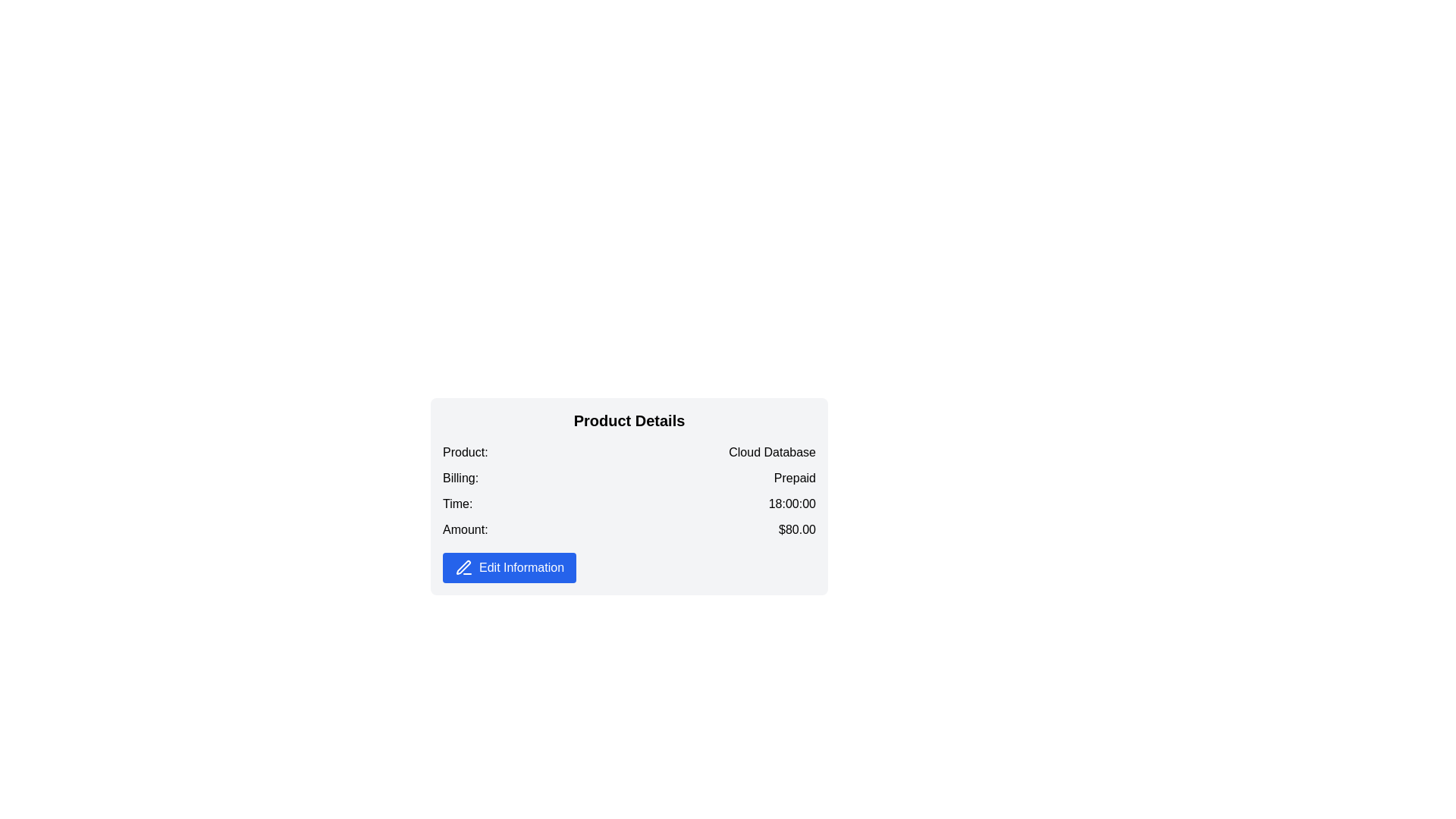  I want to click on the label text element displaying 'Amount:' which is positioned to the left of the '$80.00' text element in the 'Product Details' section, so click(464, 529).